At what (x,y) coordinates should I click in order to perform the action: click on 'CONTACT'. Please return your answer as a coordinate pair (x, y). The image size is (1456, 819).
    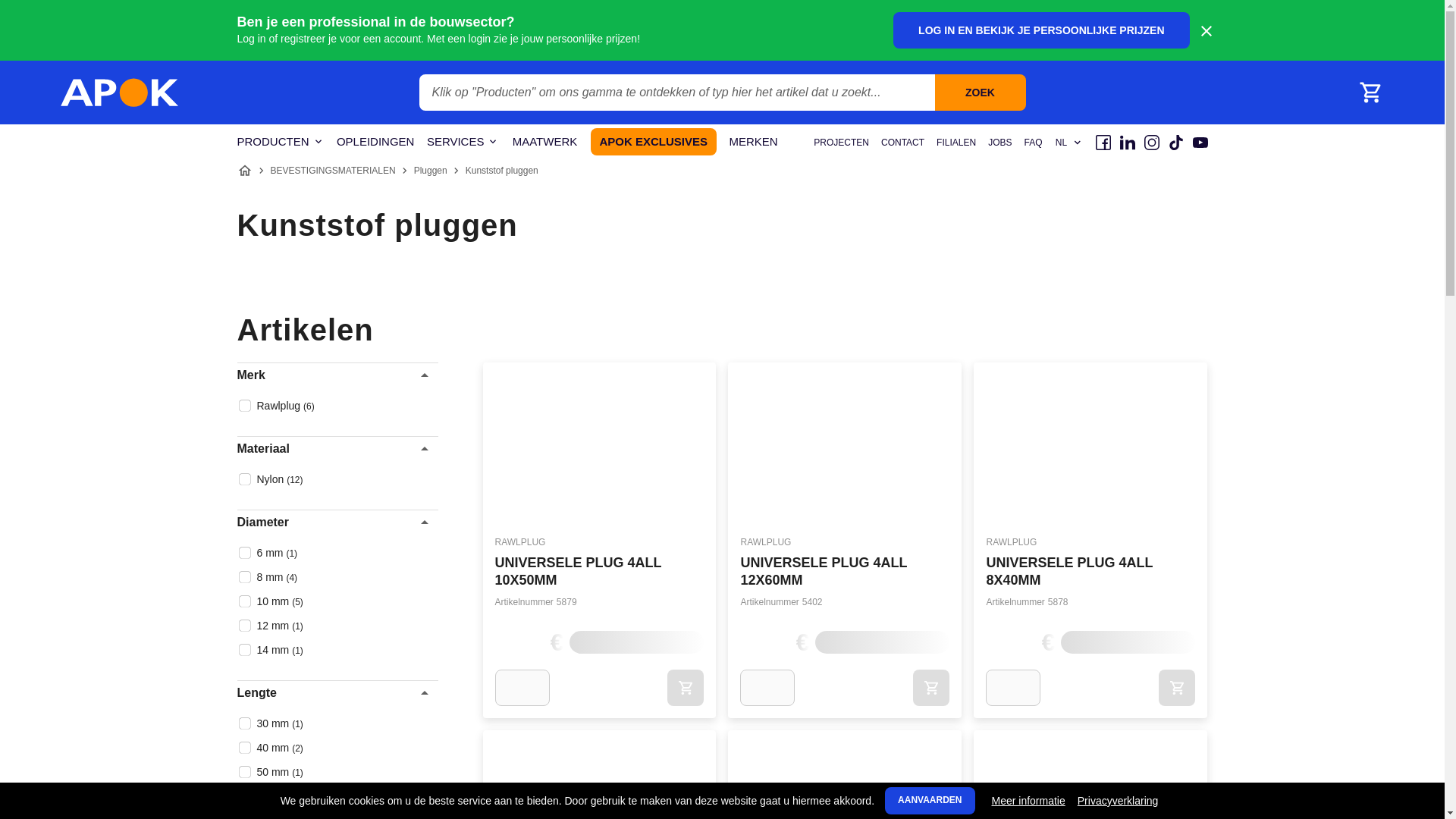
    Looking at the image, I should click on (902, 143).